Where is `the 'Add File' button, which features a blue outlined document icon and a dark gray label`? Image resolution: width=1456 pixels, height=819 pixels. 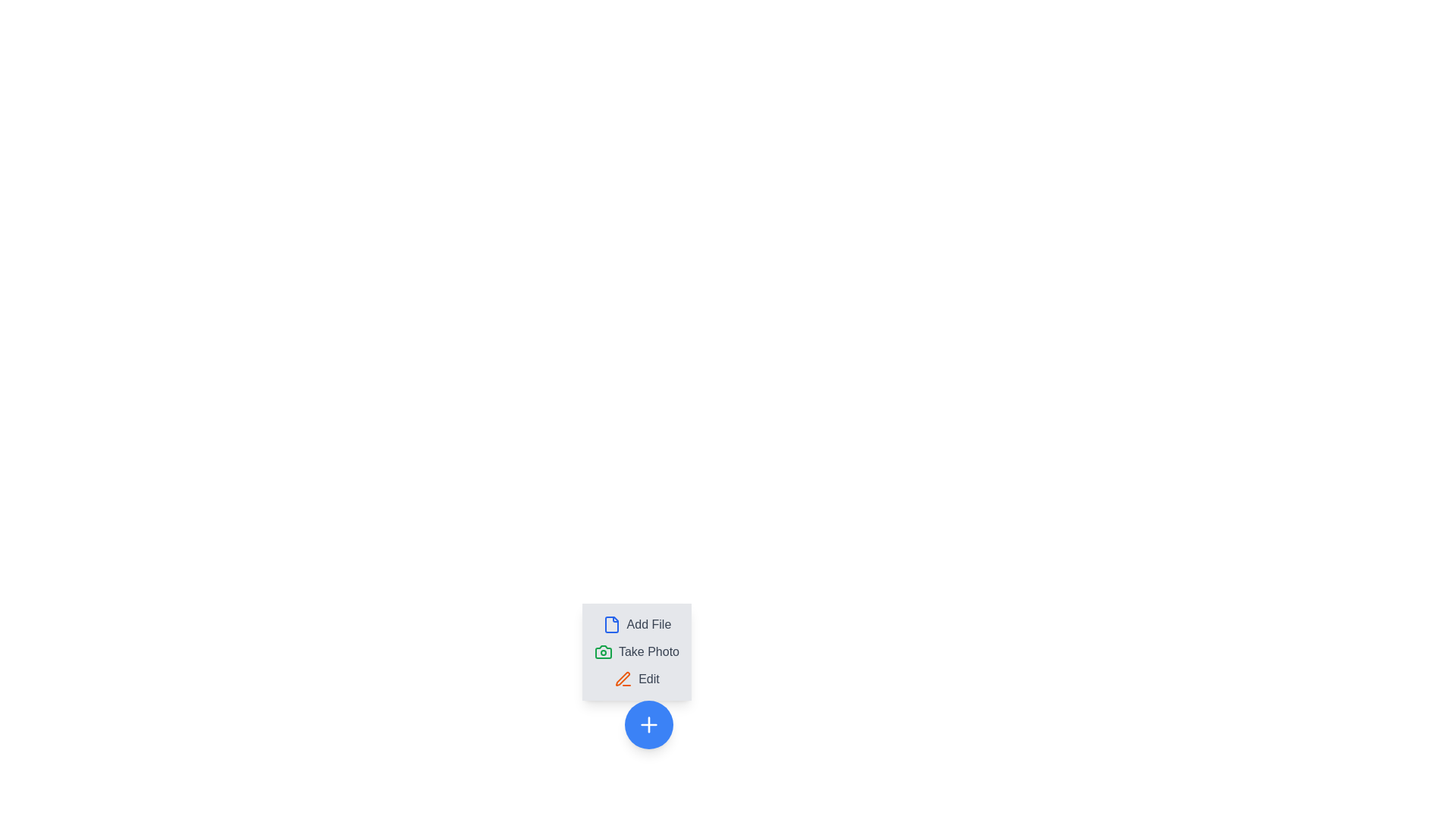
the 'Add File' button, which features a blue outlined document icon and a dark gray label is located at coordinates (637, 625).